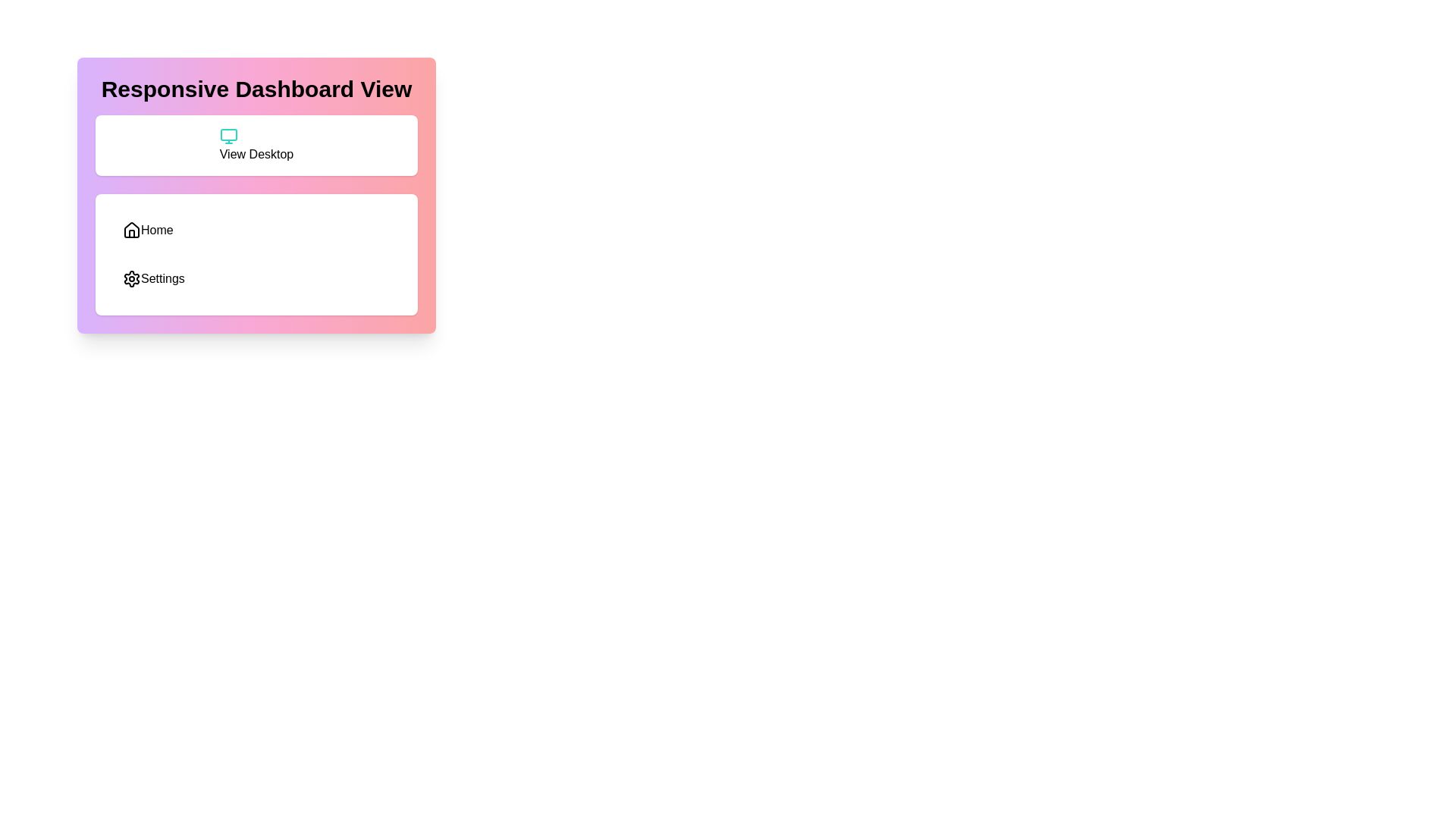 This screenshot has width=1456, height=819. I want to click on the 'Home' section of the navigation card located in the lower part of the 'Responsive Dashboard View', so click(256, 253).